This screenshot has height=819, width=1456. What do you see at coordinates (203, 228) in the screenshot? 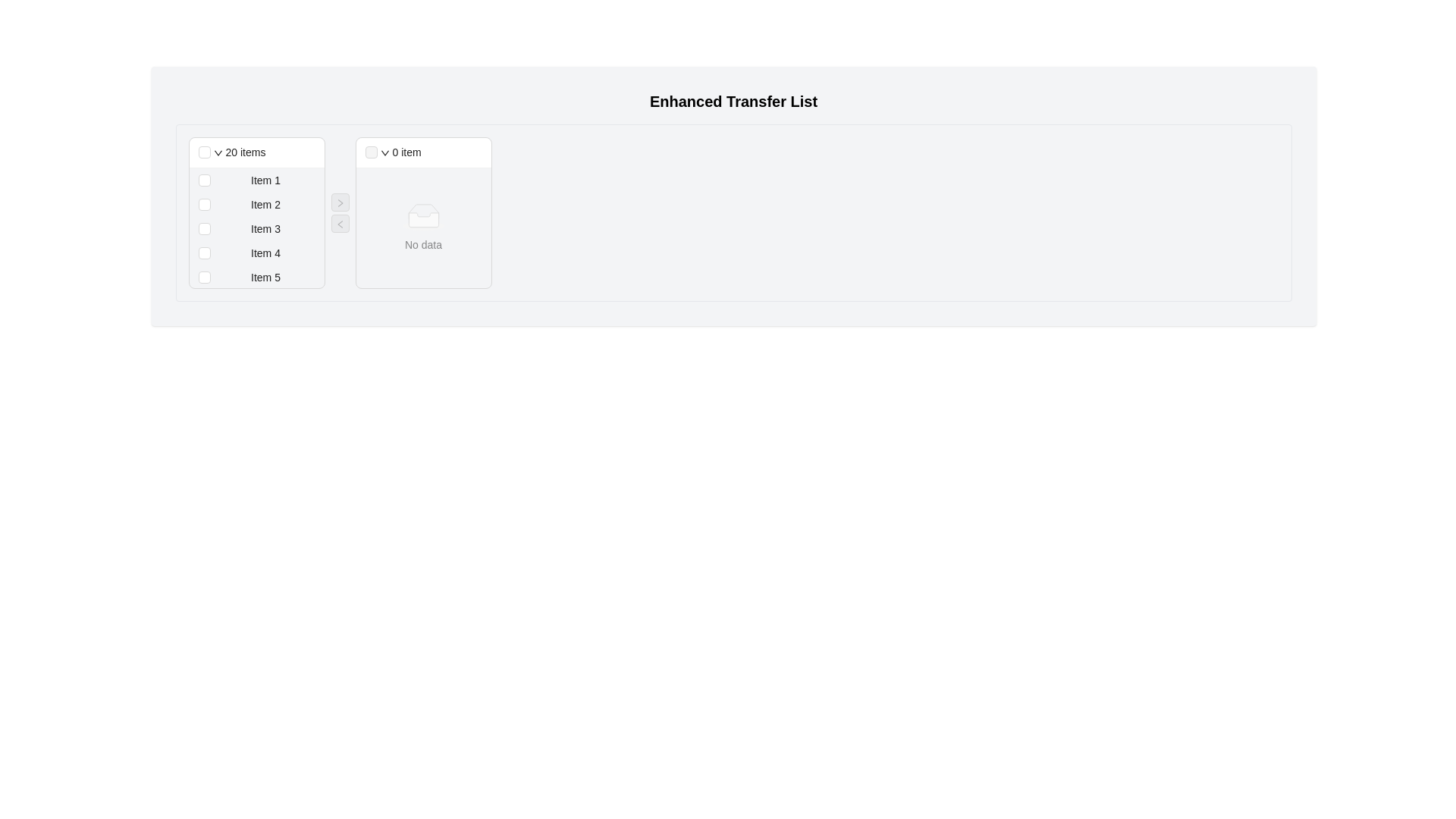
I see `the checkbox for Item 3 located in the left panel to provide a visual cue` at bounding box center [203, 228].